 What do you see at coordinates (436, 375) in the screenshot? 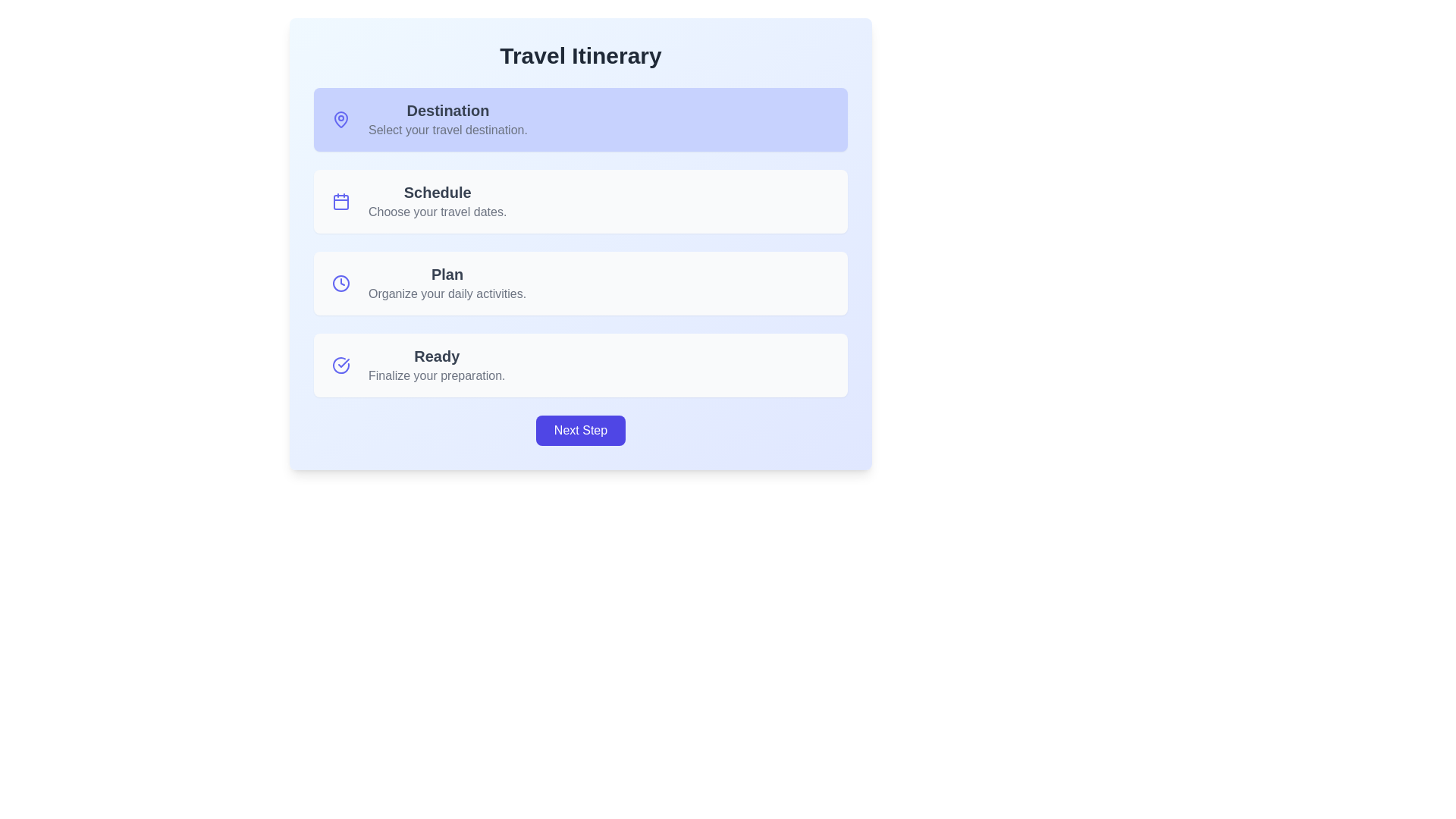
I see `the static text label that provides context or instructions related to the 'Ready' section, positioned just above the 'Next Step' button` at bounding box center [436, 375].